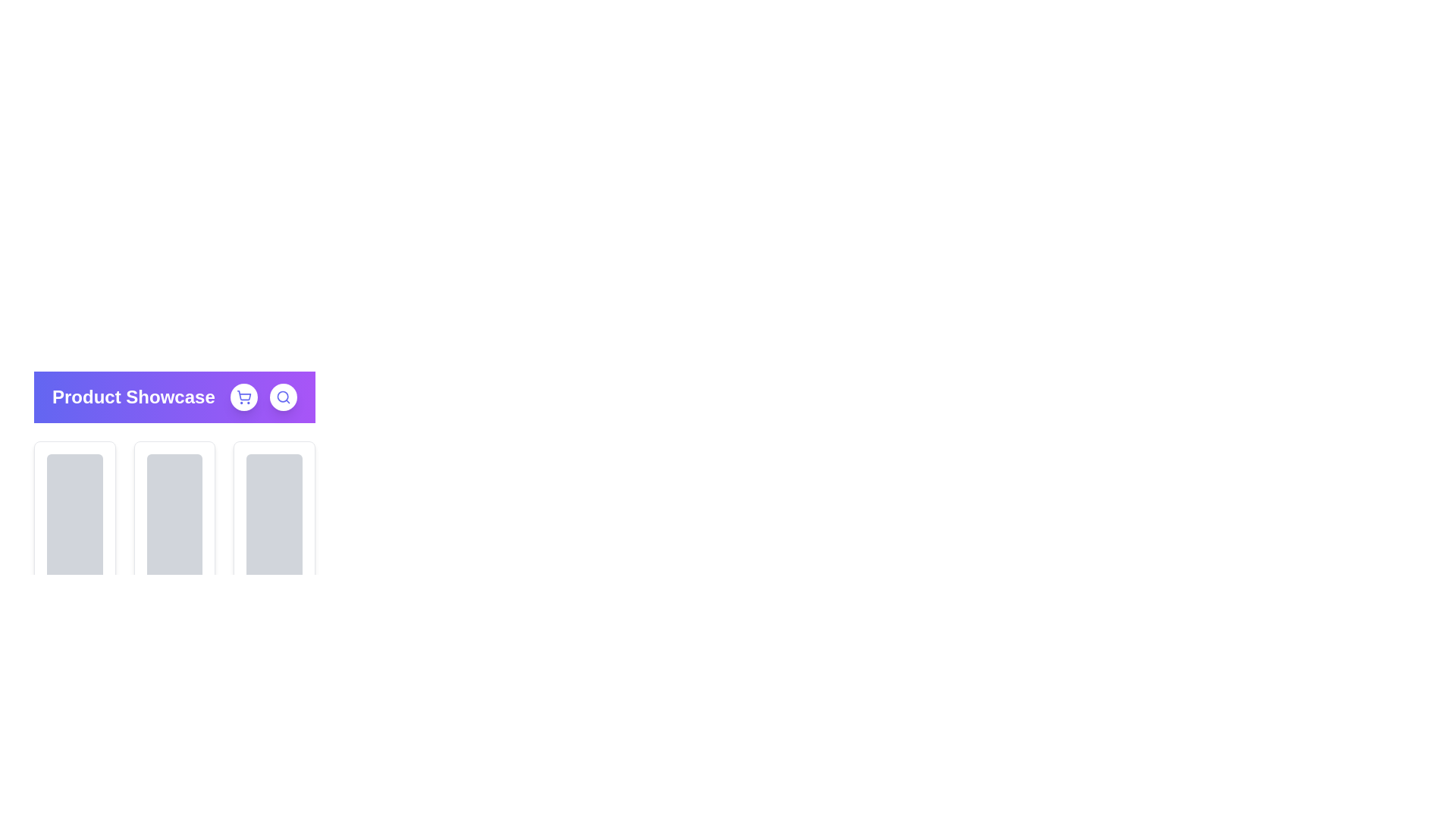 The height and width of the screenshot is (819, 1456). What do you see at coordinates (243, 397) in the screenshot?
I see `the shopping cart icon button located in the header section, positioned between the 'Product Showcase' label and the search icon` at bounding box center [243, 397].